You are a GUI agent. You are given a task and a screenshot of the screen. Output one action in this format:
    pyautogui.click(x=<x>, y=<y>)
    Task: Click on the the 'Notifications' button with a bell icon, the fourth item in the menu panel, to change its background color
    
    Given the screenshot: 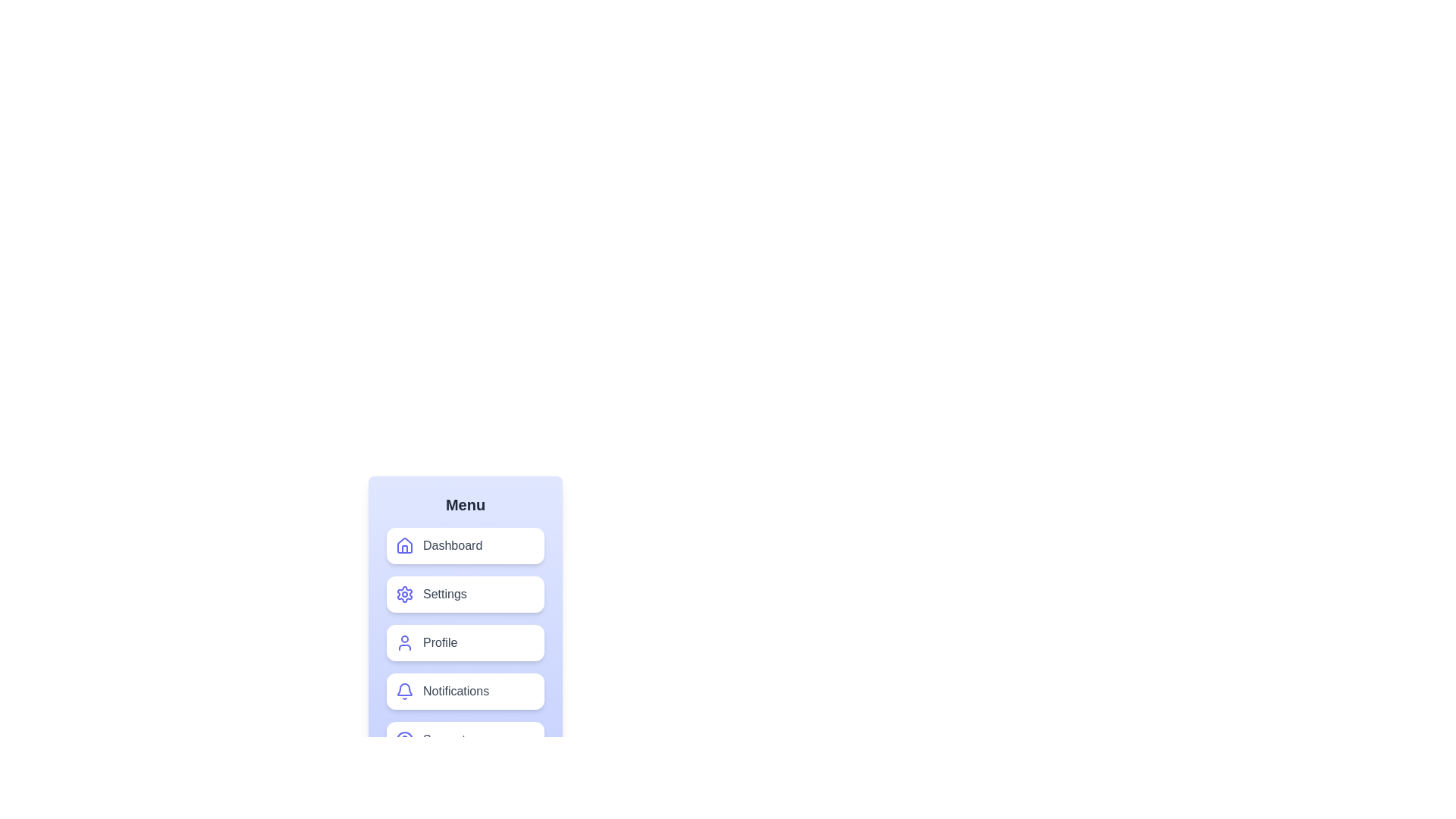 What is the action you would take?
    pyautogui.click(x=465, y=691)
    